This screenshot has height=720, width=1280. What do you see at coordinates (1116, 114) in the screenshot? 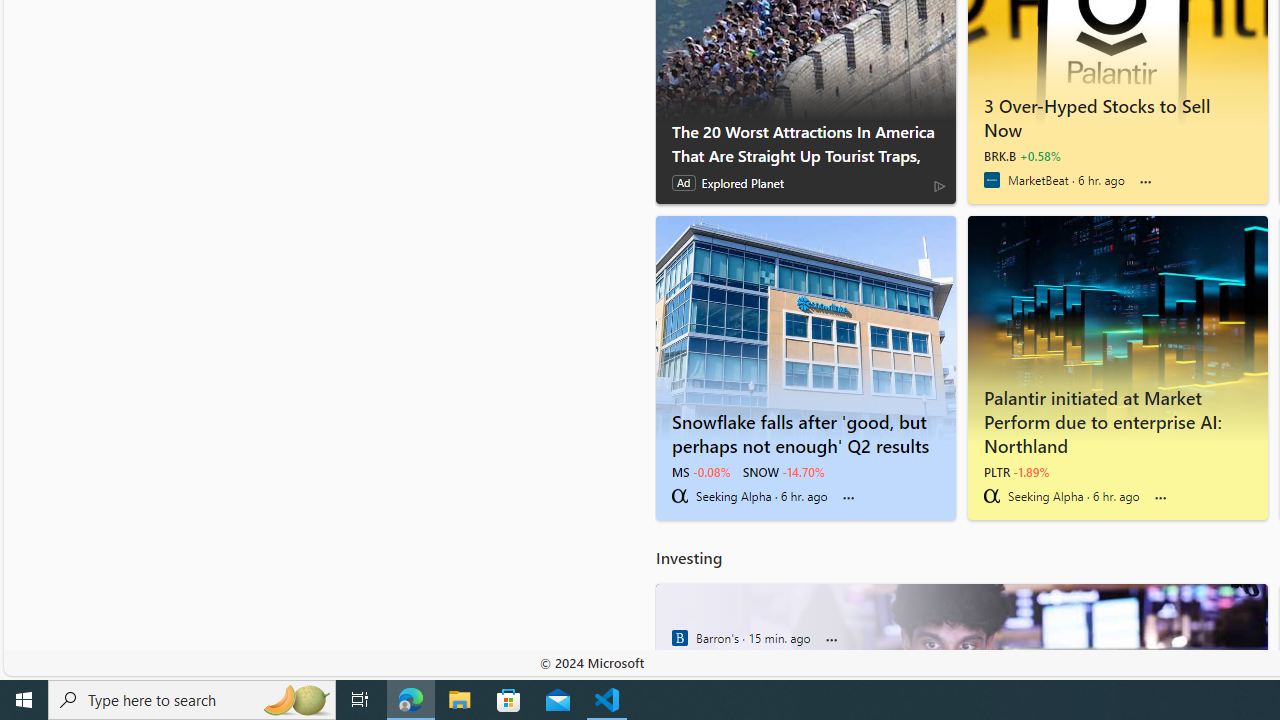
I see `'3 Over-Hyped Stocks to Sell Now - MarketBeat'` at bounding box center [1116, 114].